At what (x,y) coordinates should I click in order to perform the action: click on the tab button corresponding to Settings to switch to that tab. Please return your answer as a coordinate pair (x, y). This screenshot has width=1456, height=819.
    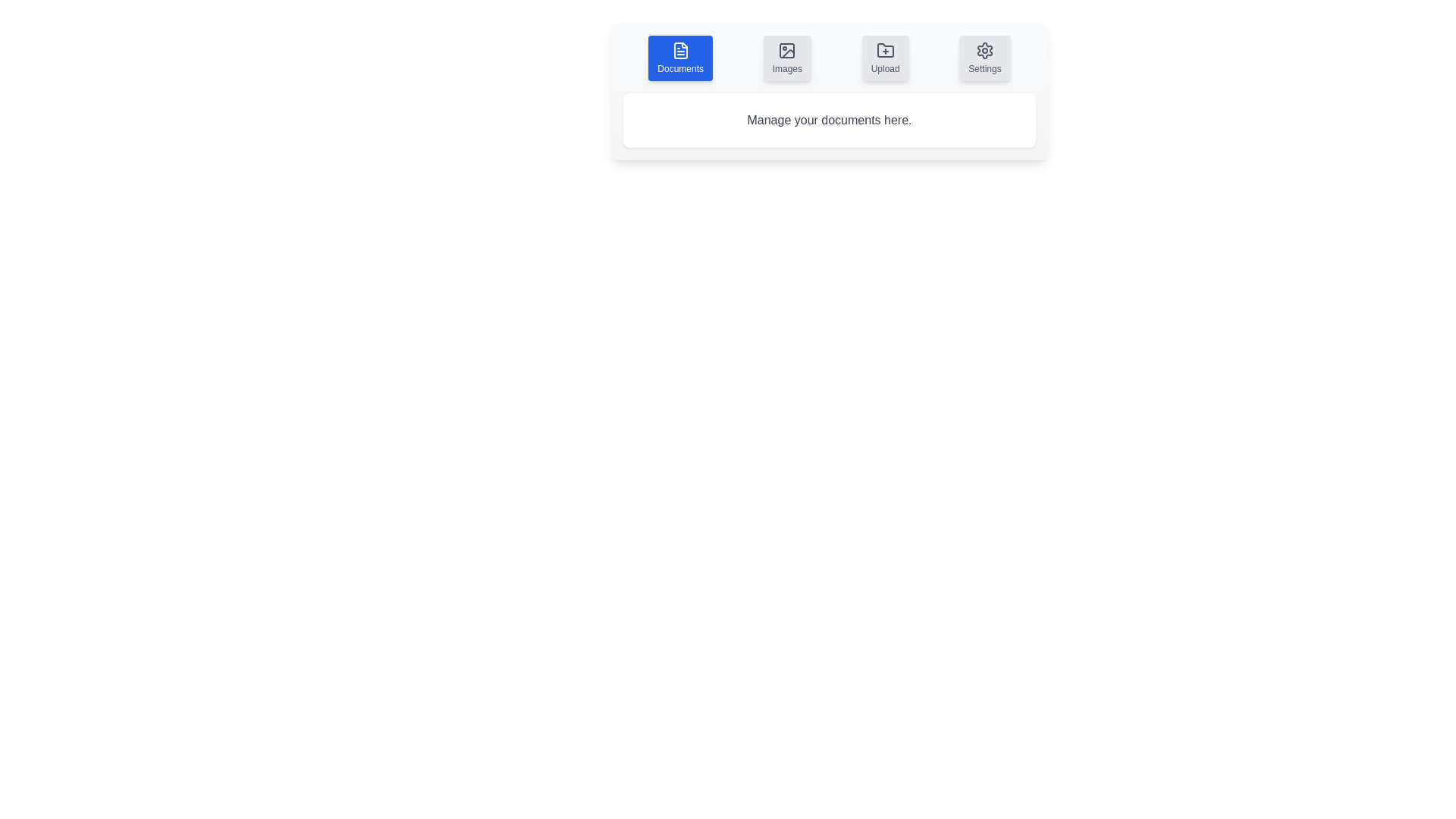
    Looking at the image, I should click on (984, 58).